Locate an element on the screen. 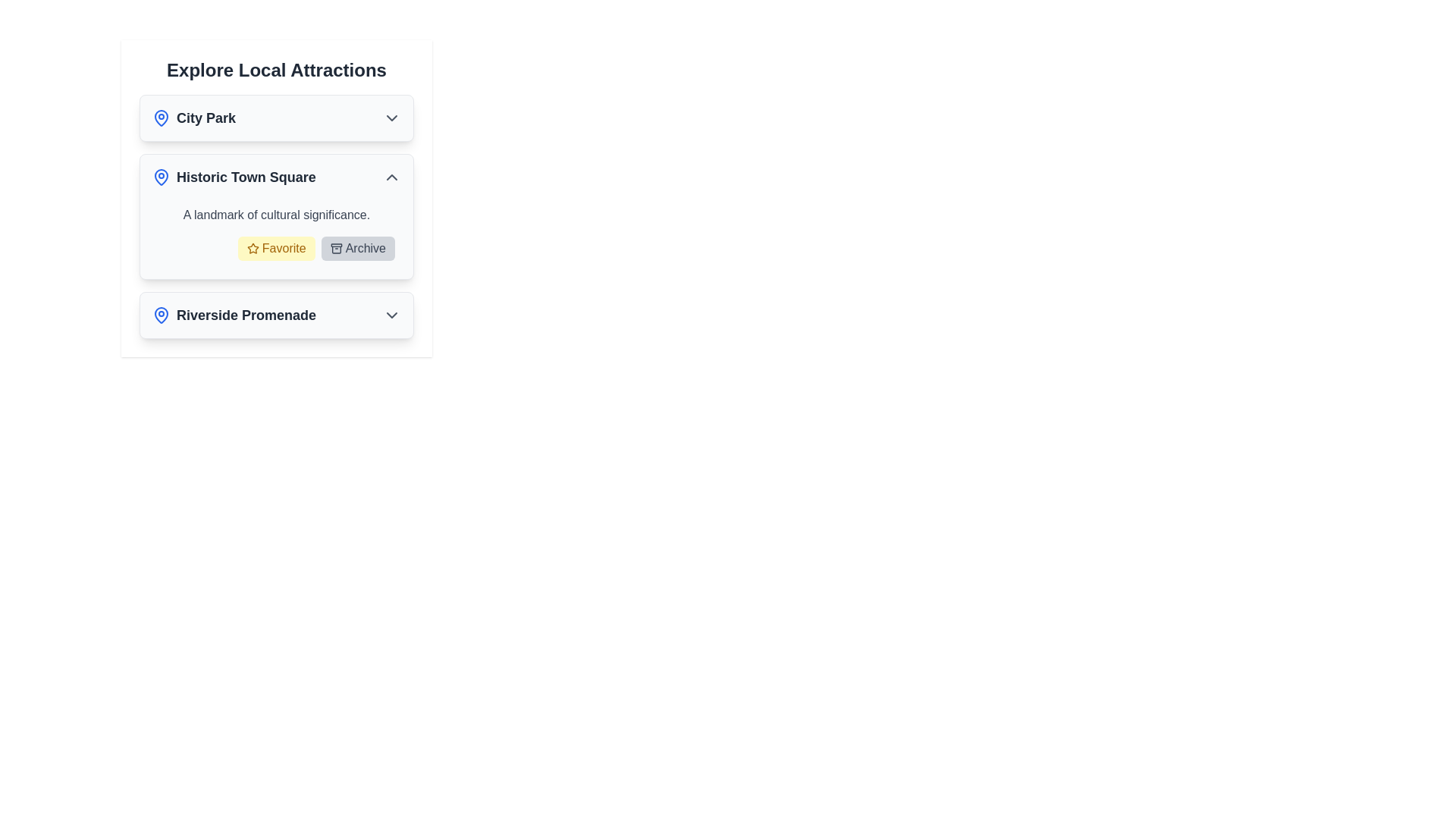 The height and width of the screenshot is (819, 1456). the 'City Park' label with icon located in the top section of the 'Explore Local Attractions' list is located at coordinates (193, 117).